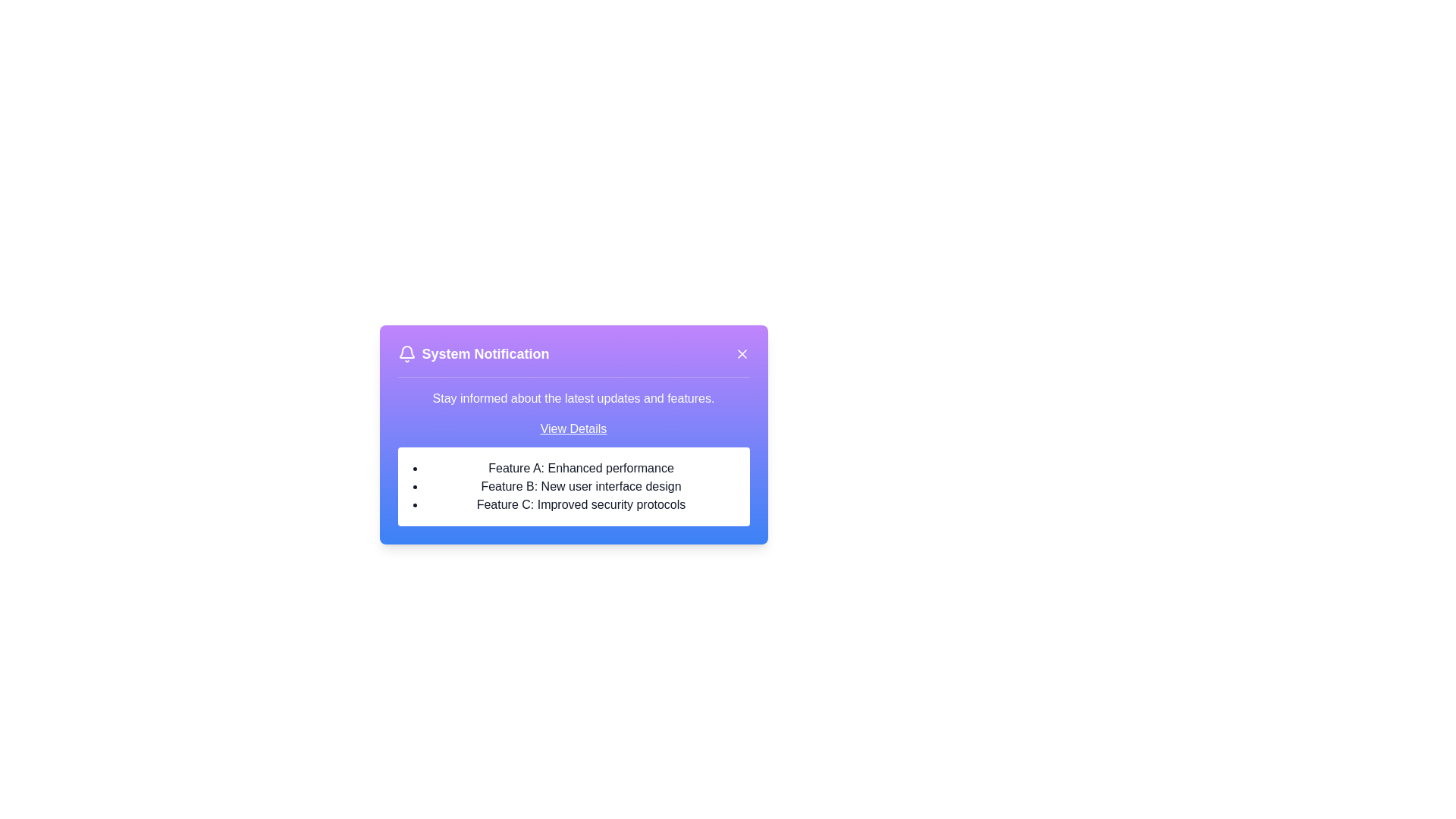  I want to click on the 'View Details' link to toggle the details section, so click(573, 429).